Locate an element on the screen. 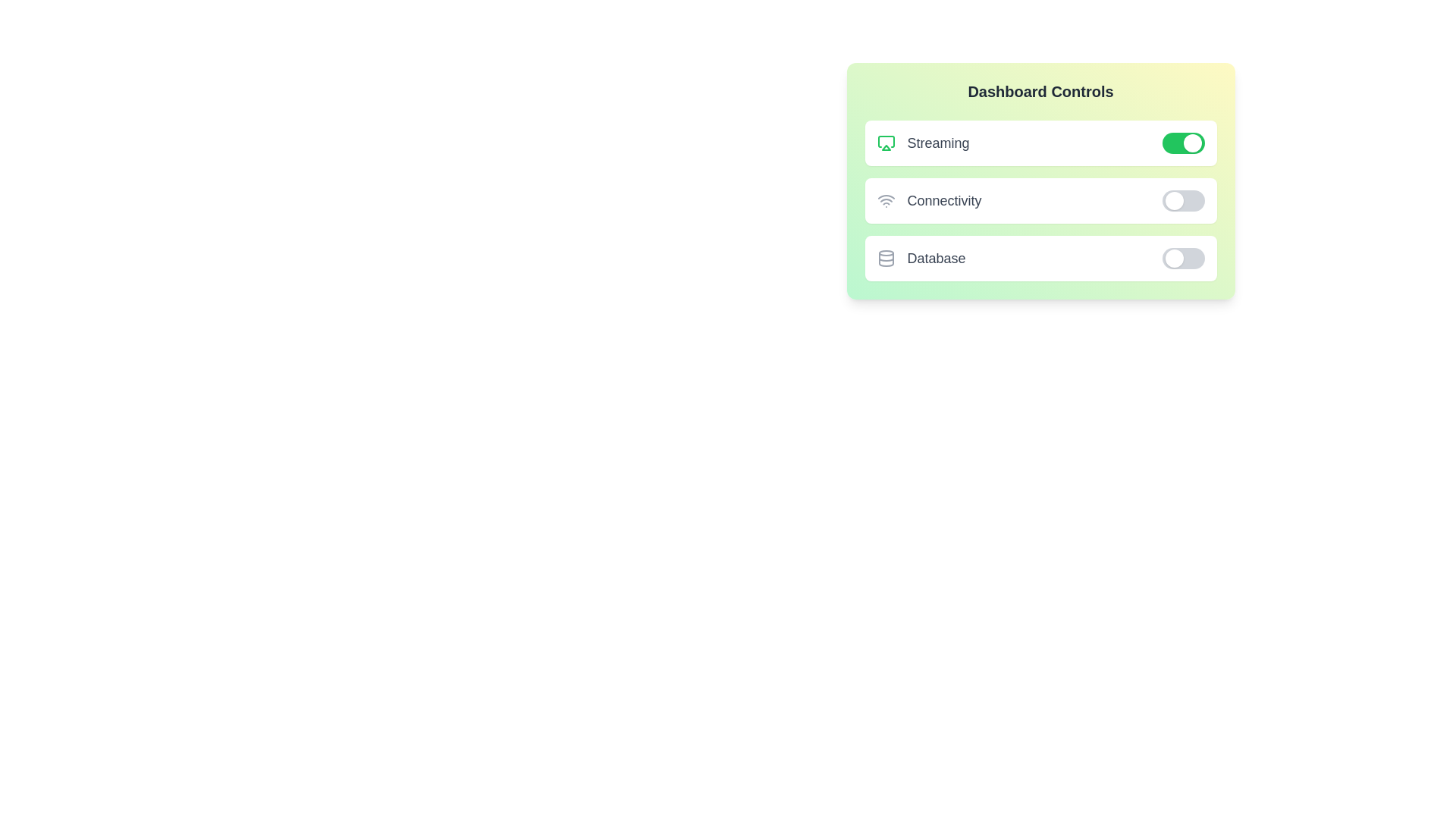 The width and height of the screenshot is (1456, 819). the text label of the widget Streaming is located at coordinates (922, 143).